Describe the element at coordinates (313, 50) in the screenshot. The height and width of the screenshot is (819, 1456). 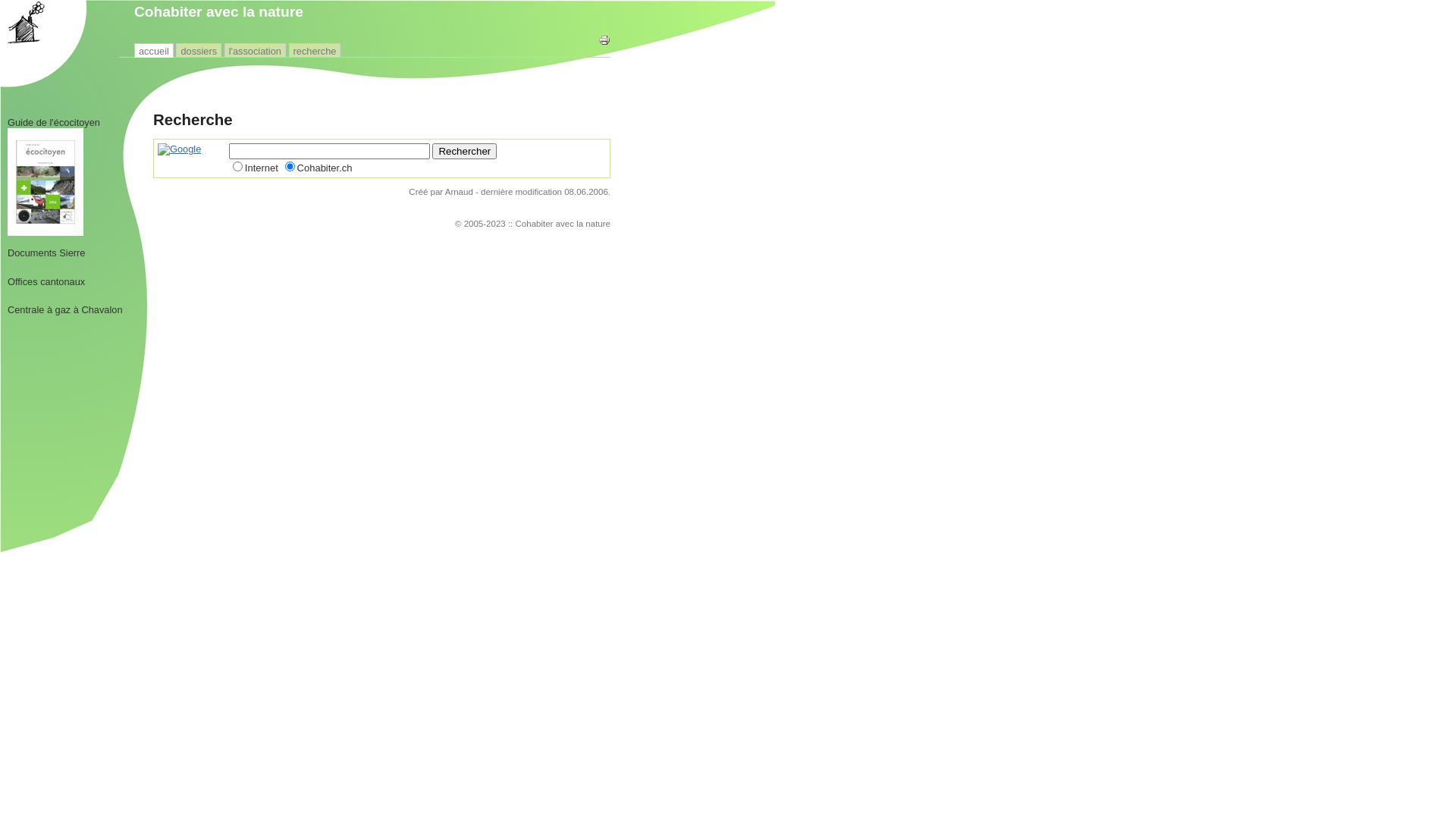
I see `'recherche'` at that location.